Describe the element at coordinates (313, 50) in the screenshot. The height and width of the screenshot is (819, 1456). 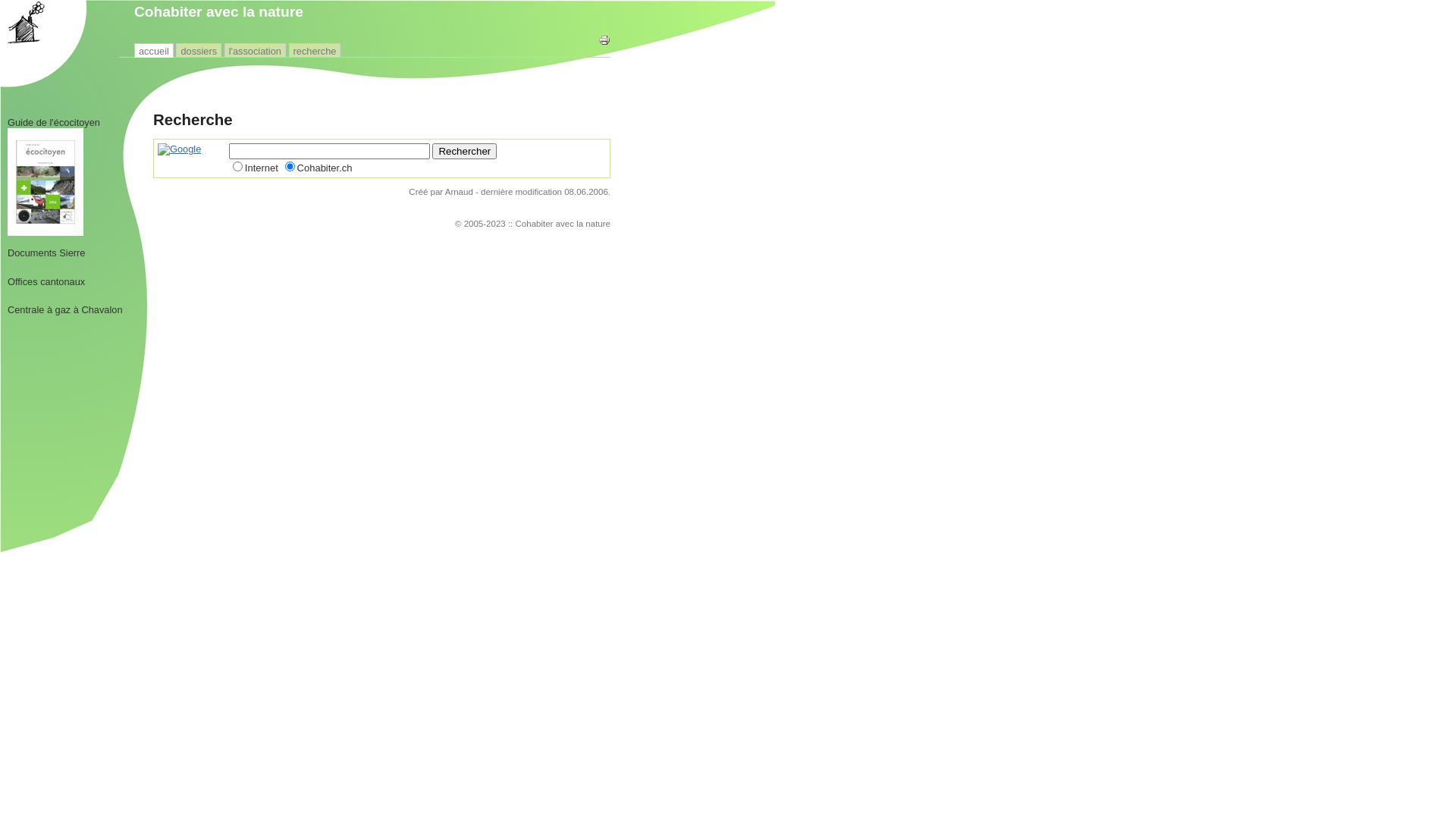
I see `'recherche'` at that location.